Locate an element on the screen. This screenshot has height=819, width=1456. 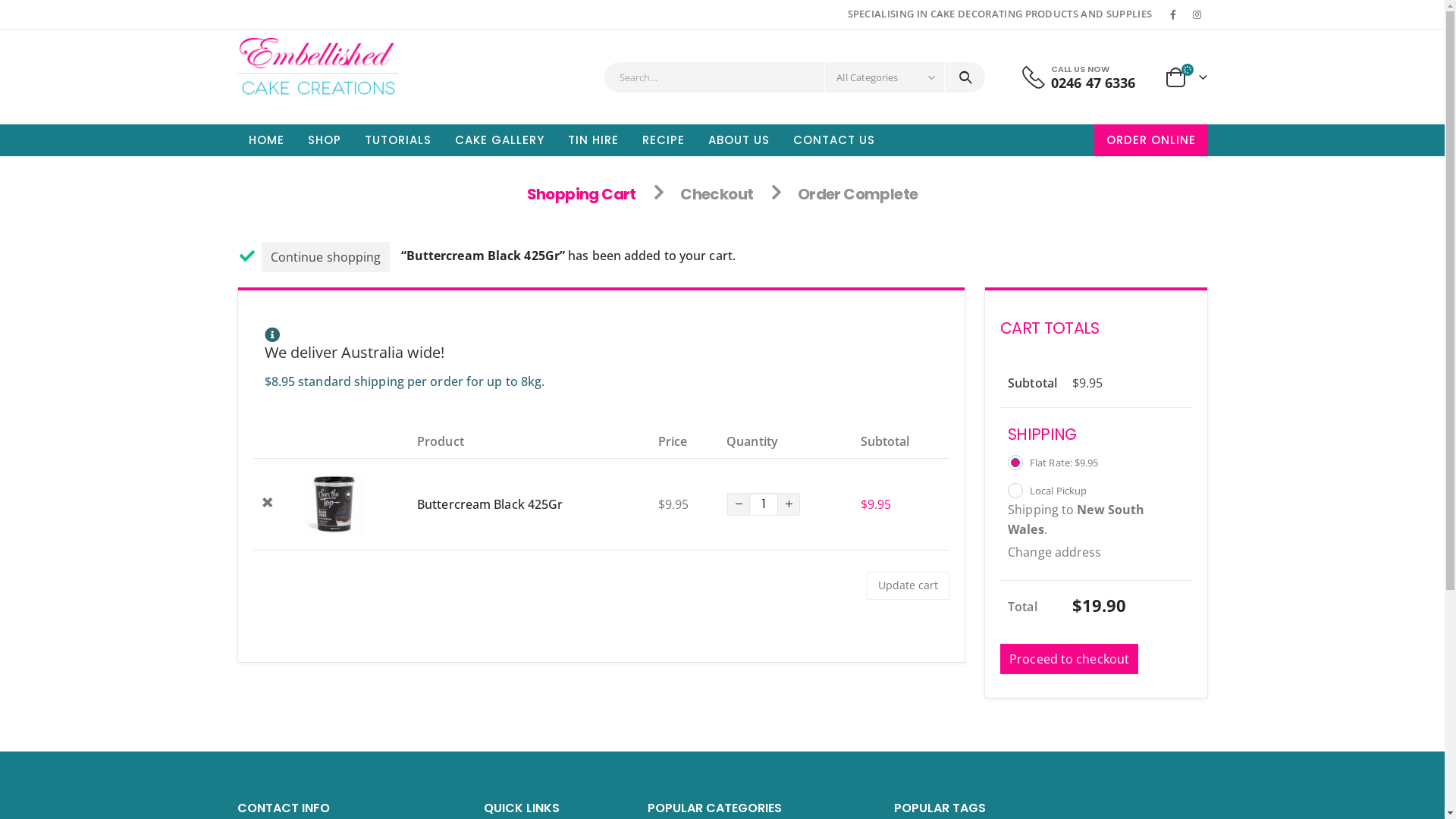
'TIN HIRE' is located at coordinates (592, 140).